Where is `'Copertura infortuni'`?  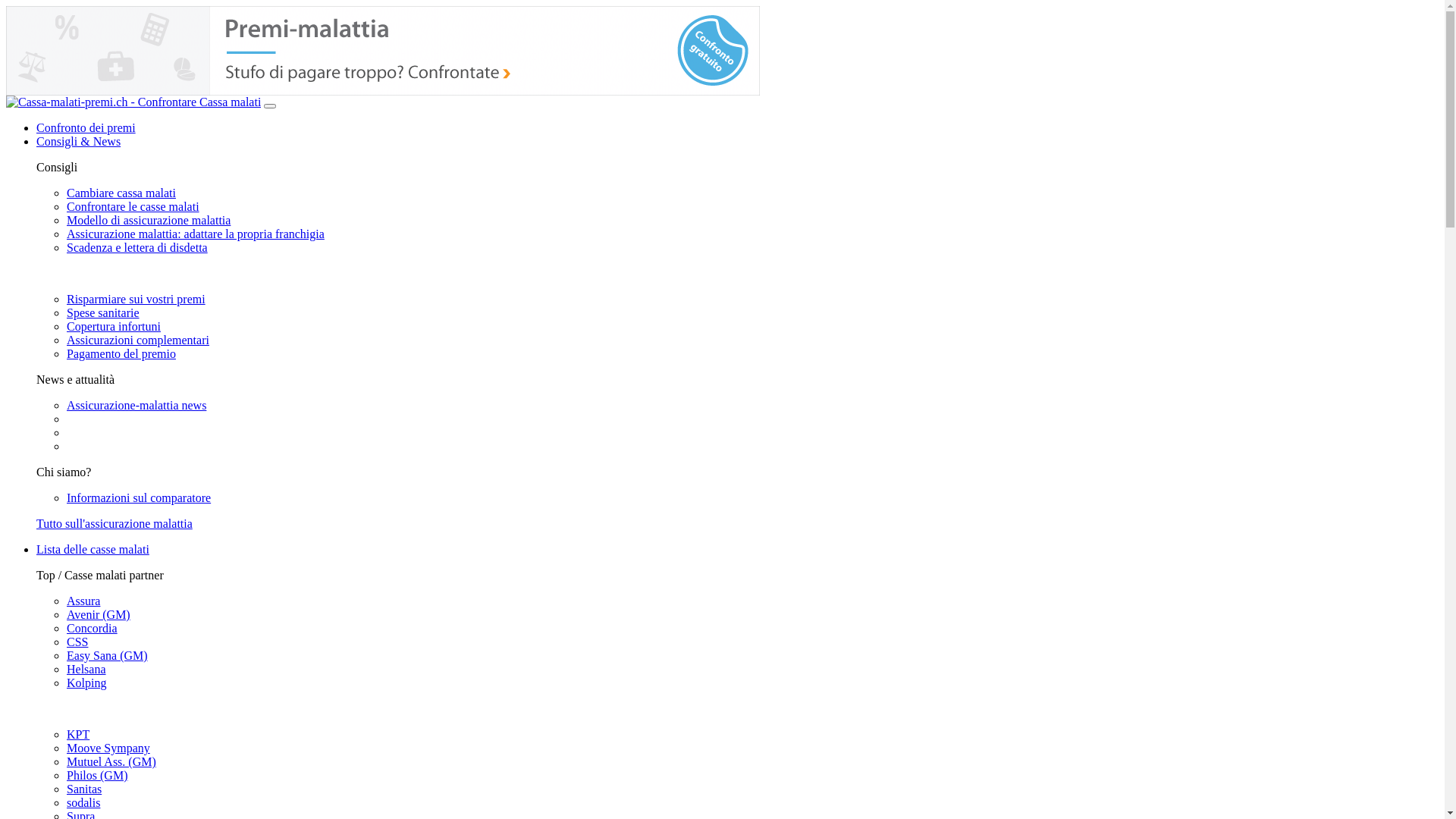
'Copertura infortuni' is located at coordinates (112, 325).